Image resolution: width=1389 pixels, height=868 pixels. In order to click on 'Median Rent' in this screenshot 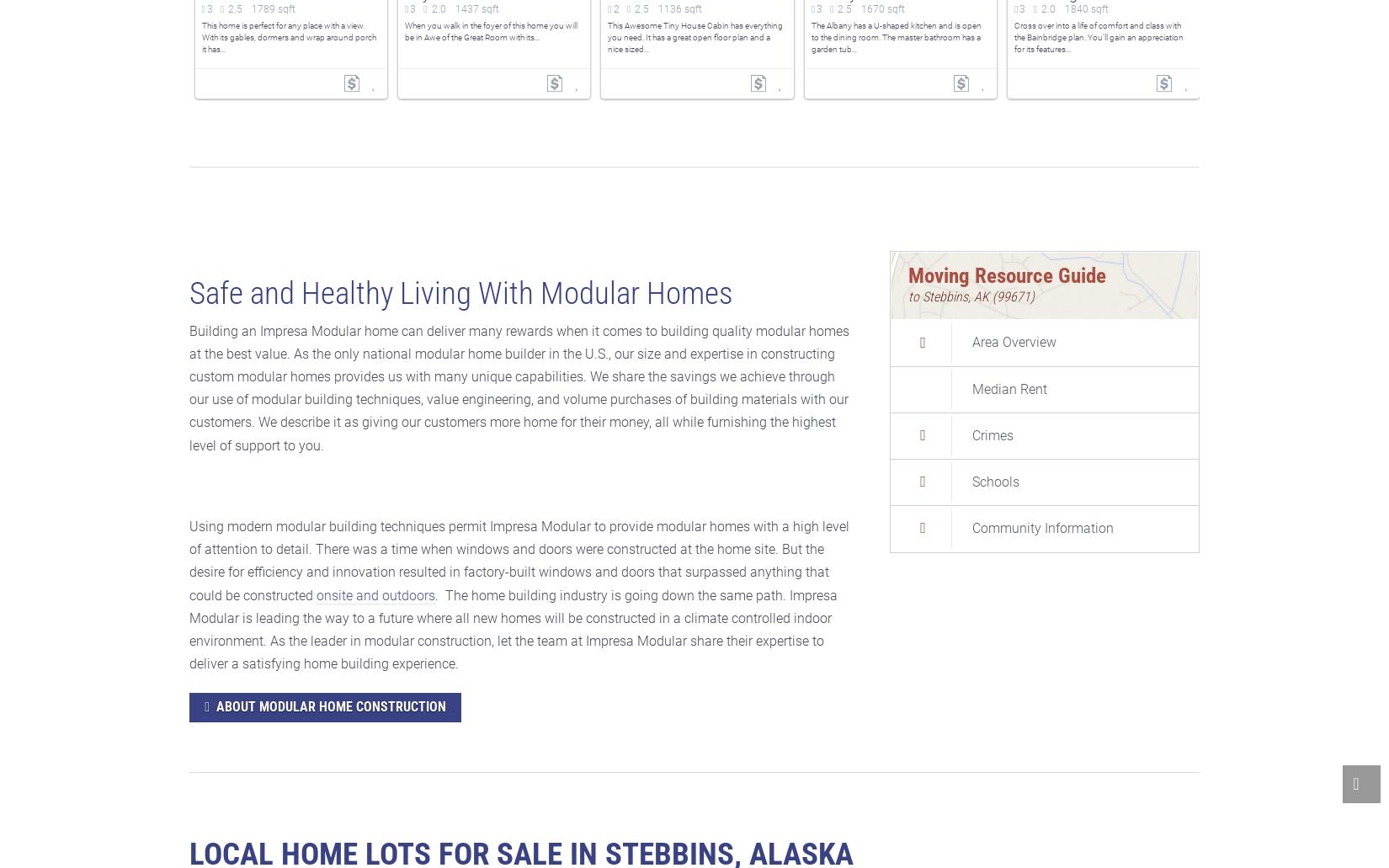, I will do `click(1008, 388)`.